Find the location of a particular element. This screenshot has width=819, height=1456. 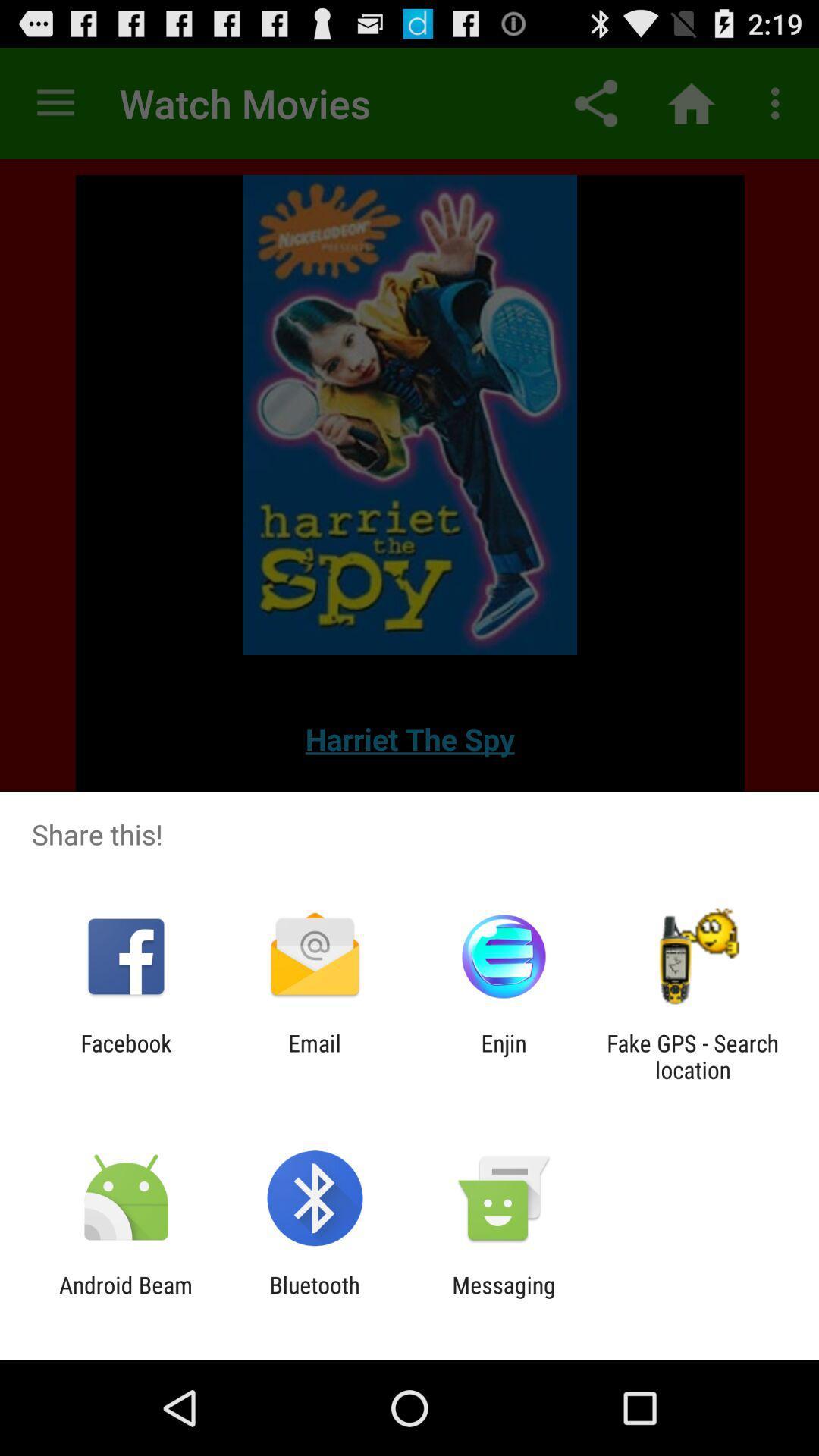

icon to the left of the email icon is located at coordinates (125, 1056).